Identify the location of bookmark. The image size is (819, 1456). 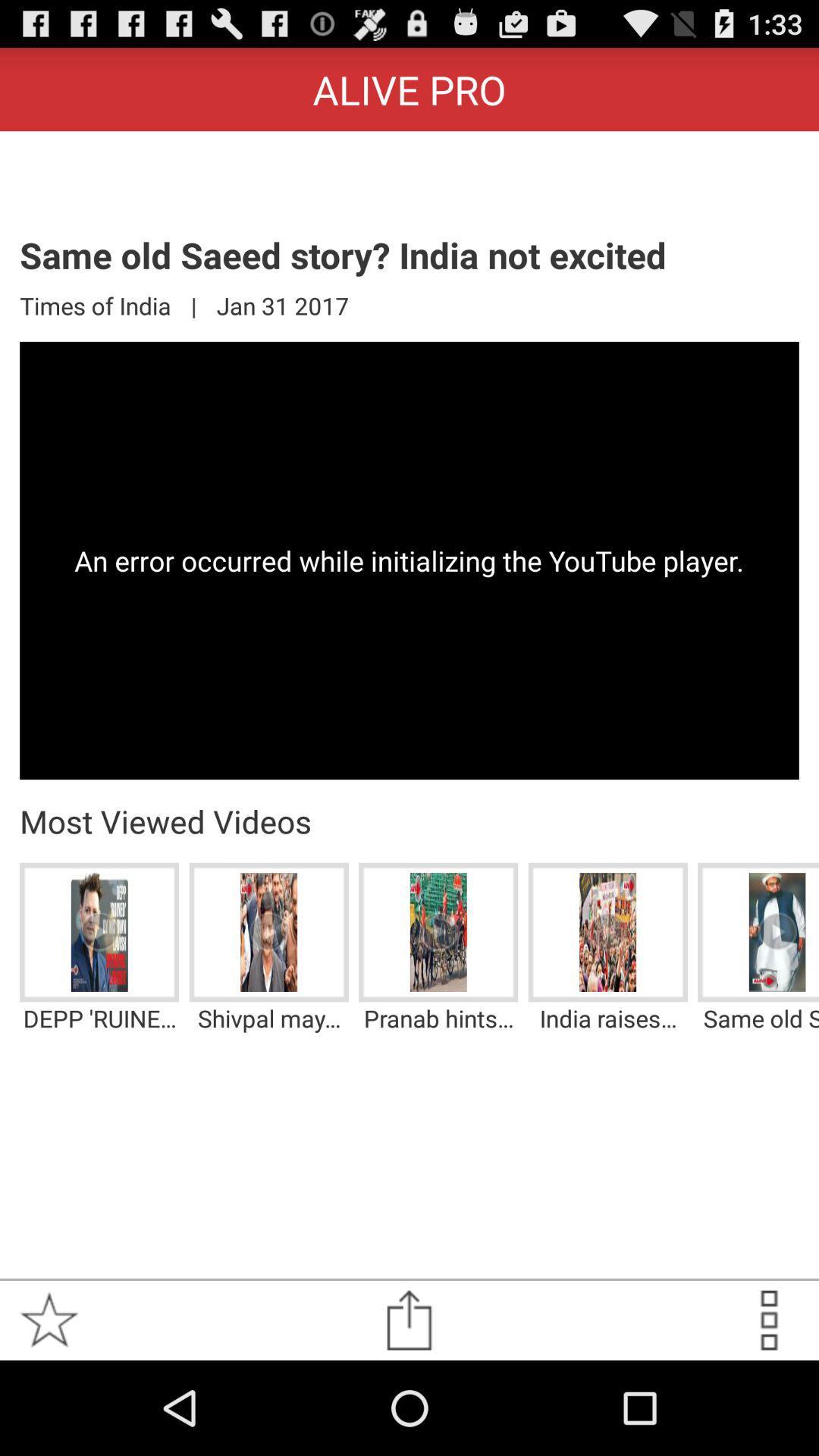
(49, 1319).